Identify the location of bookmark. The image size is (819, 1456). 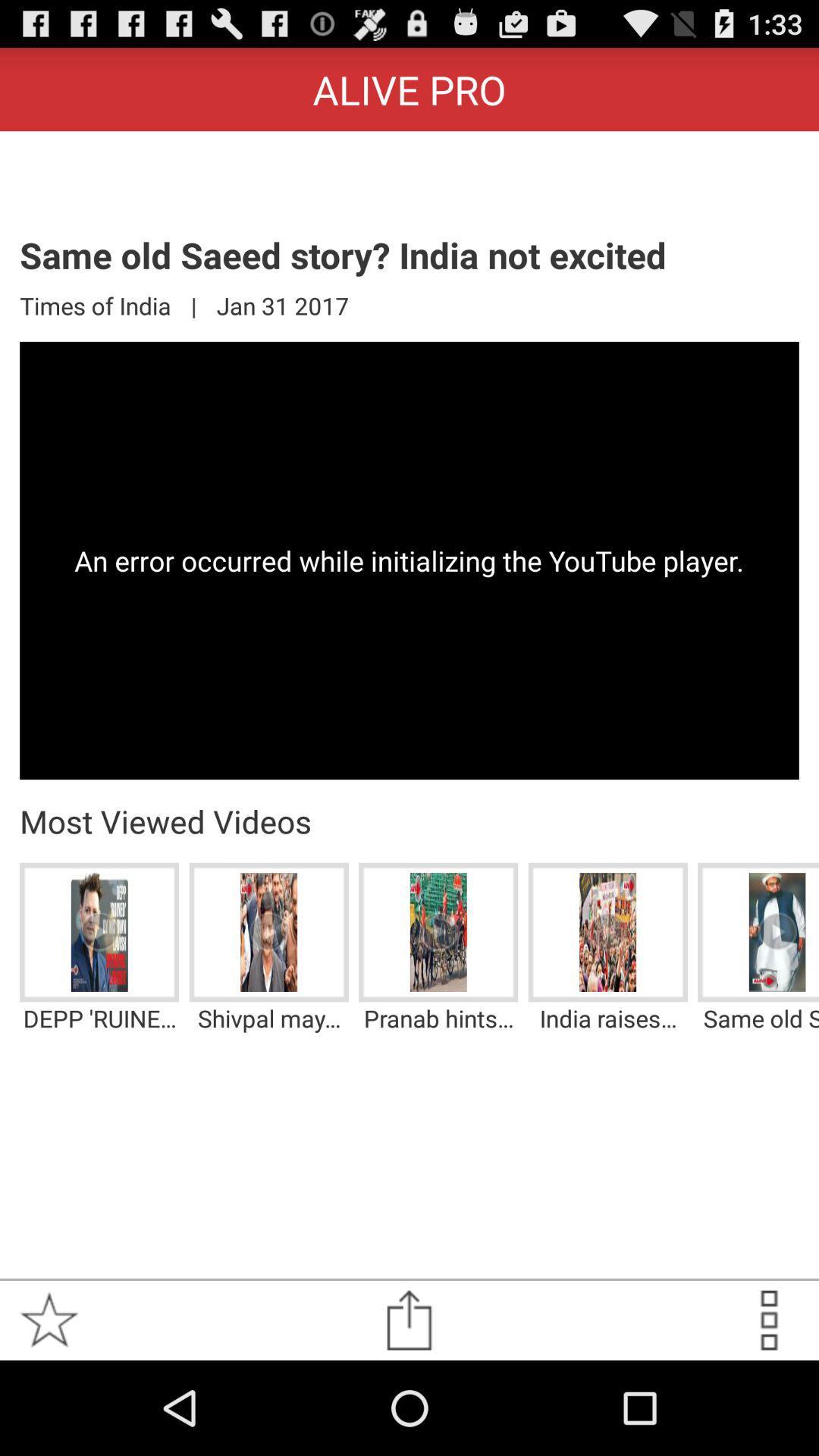
(49, 1319).